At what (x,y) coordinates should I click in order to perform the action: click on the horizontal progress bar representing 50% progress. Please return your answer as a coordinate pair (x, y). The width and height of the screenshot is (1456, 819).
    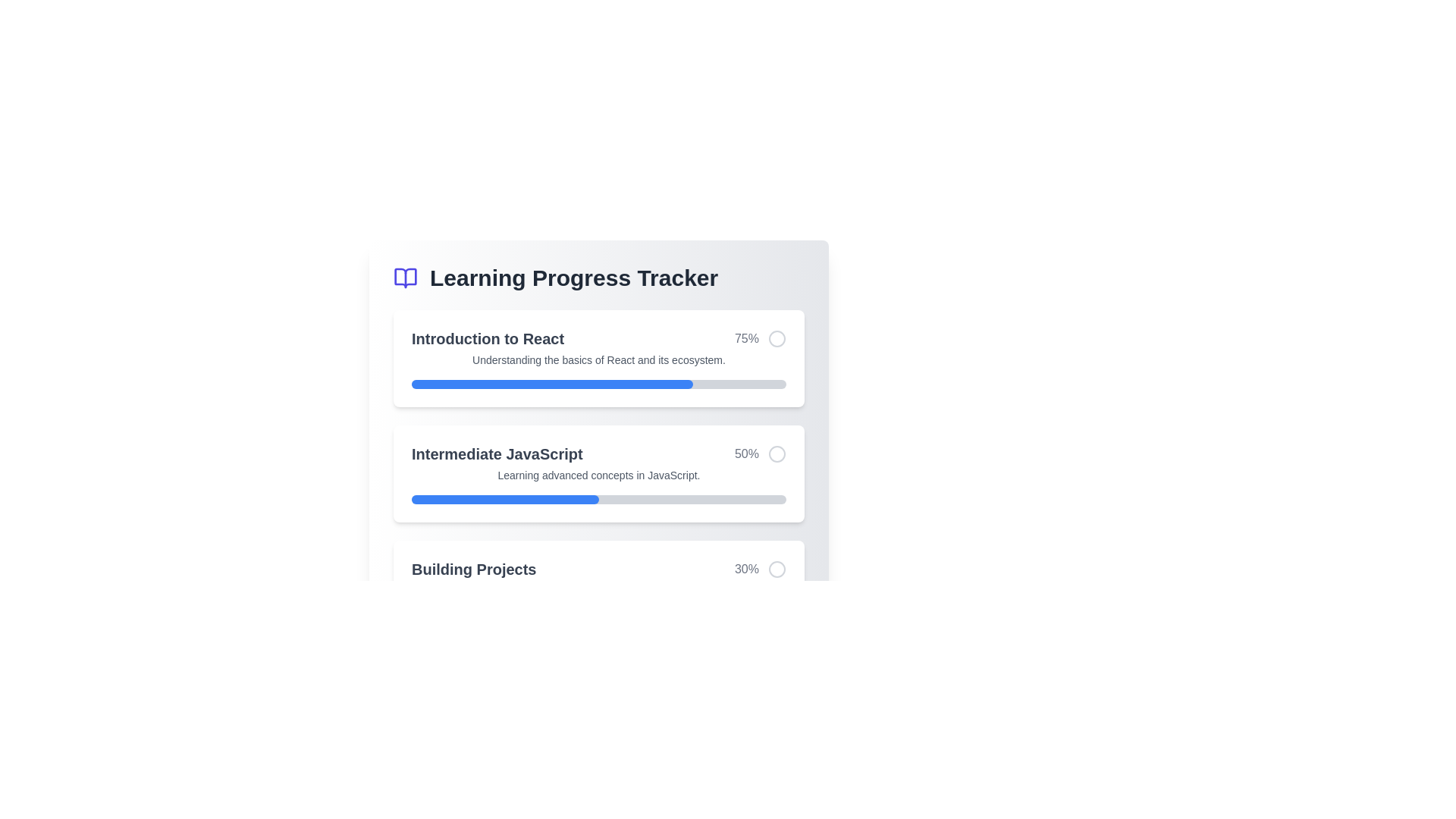
    Looking at the image, I should click on (598, 500).